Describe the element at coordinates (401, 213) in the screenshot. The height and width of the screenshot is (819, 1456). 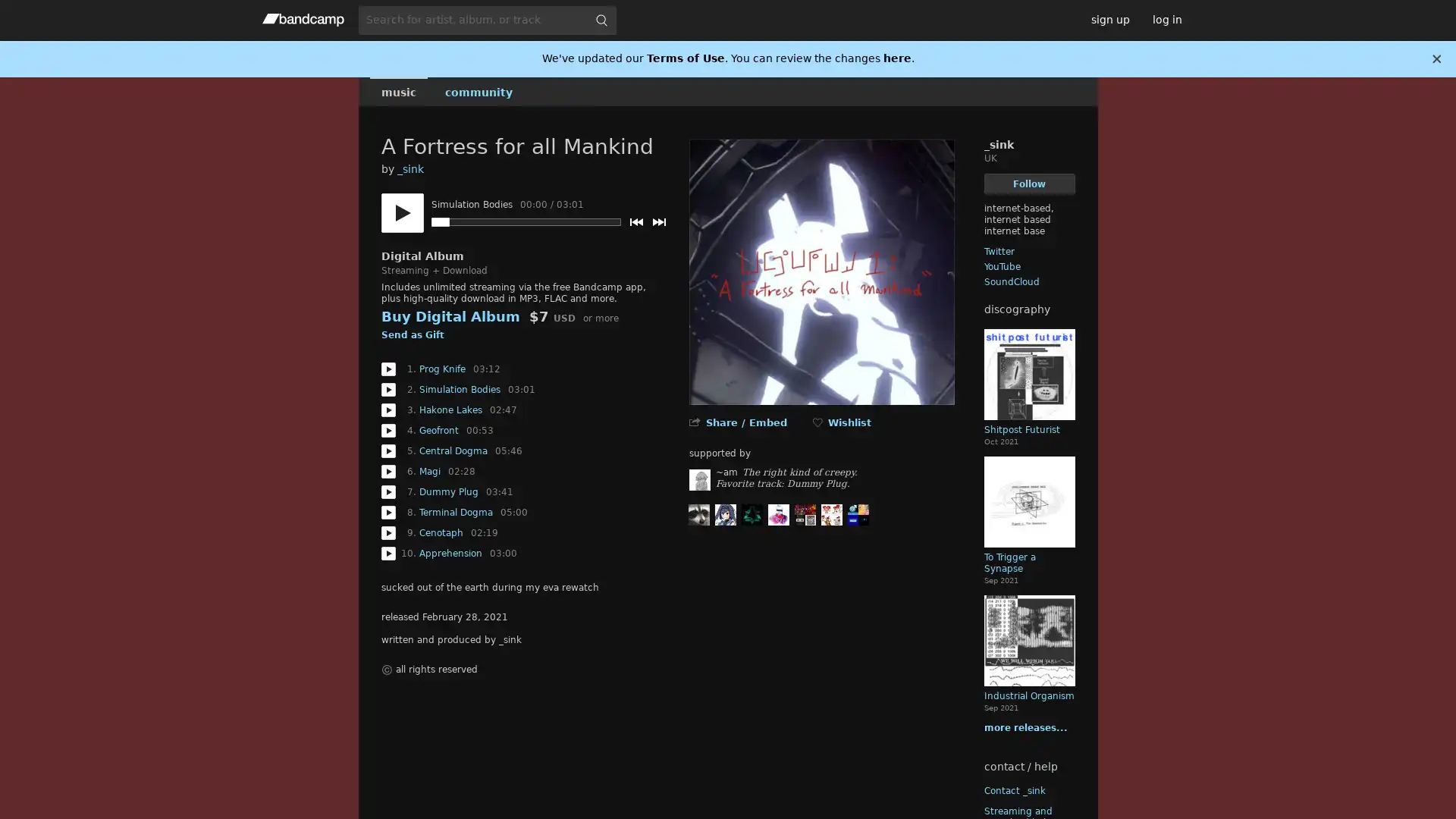
I see `Play/pause` at that location.